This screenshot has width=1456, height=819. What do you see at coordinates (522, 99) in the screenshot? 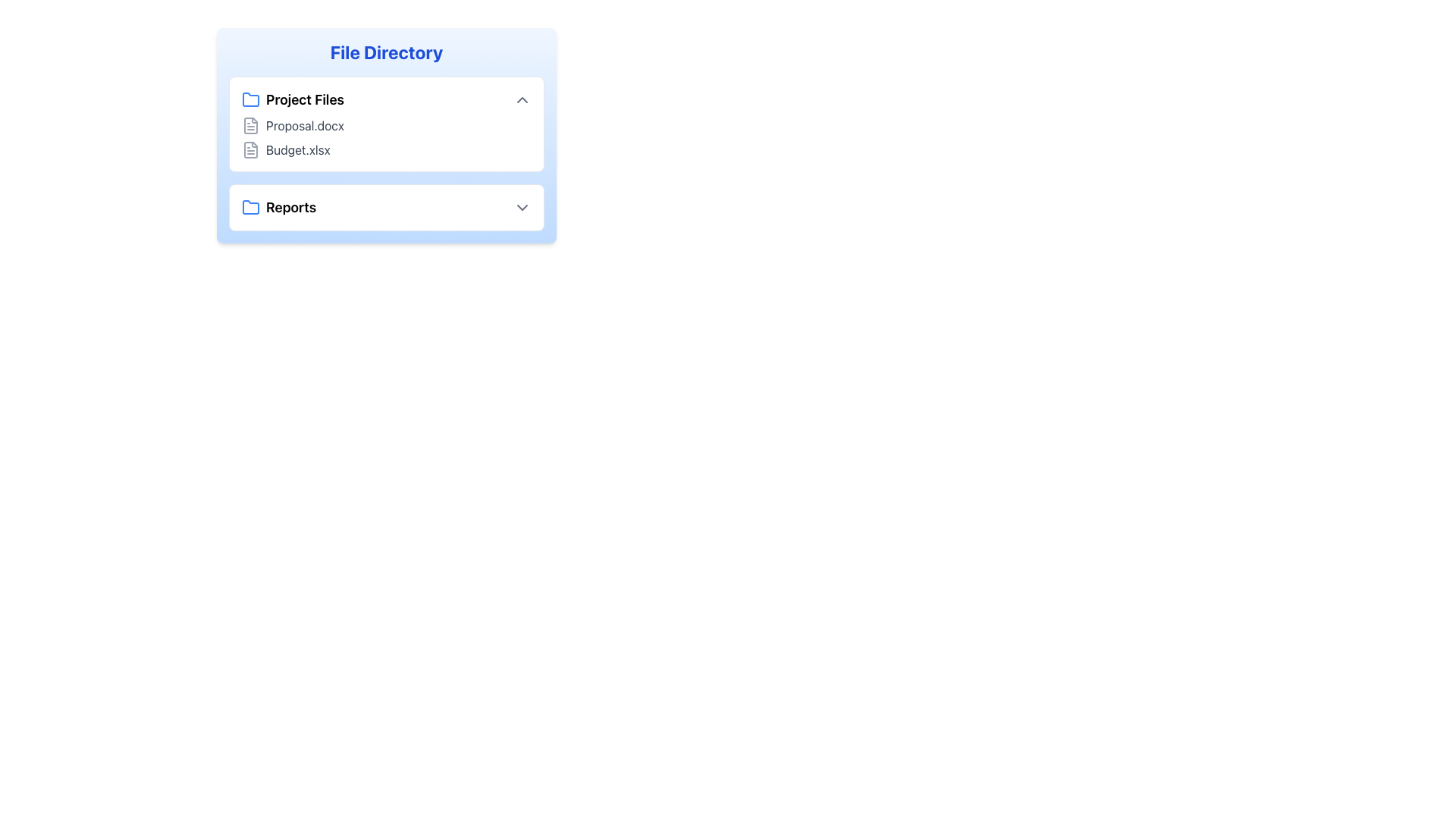
I see `the Chevron Upwards icon located at the far-right side of the 'Project Files' section for accessibility tools` at bounding box center [522, 99].